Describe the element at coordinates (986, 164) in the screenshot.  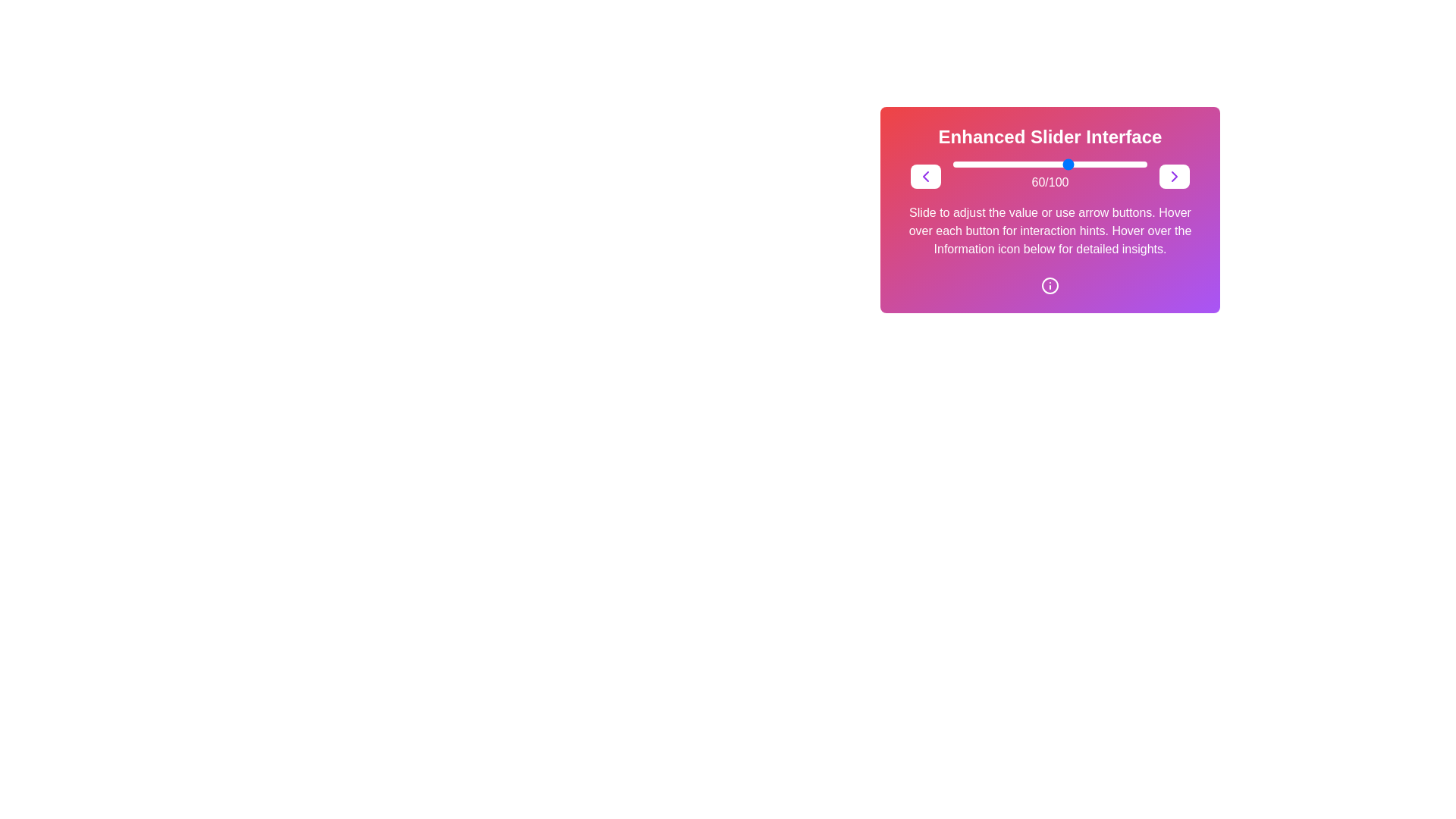
I see `the slider value` at that location.